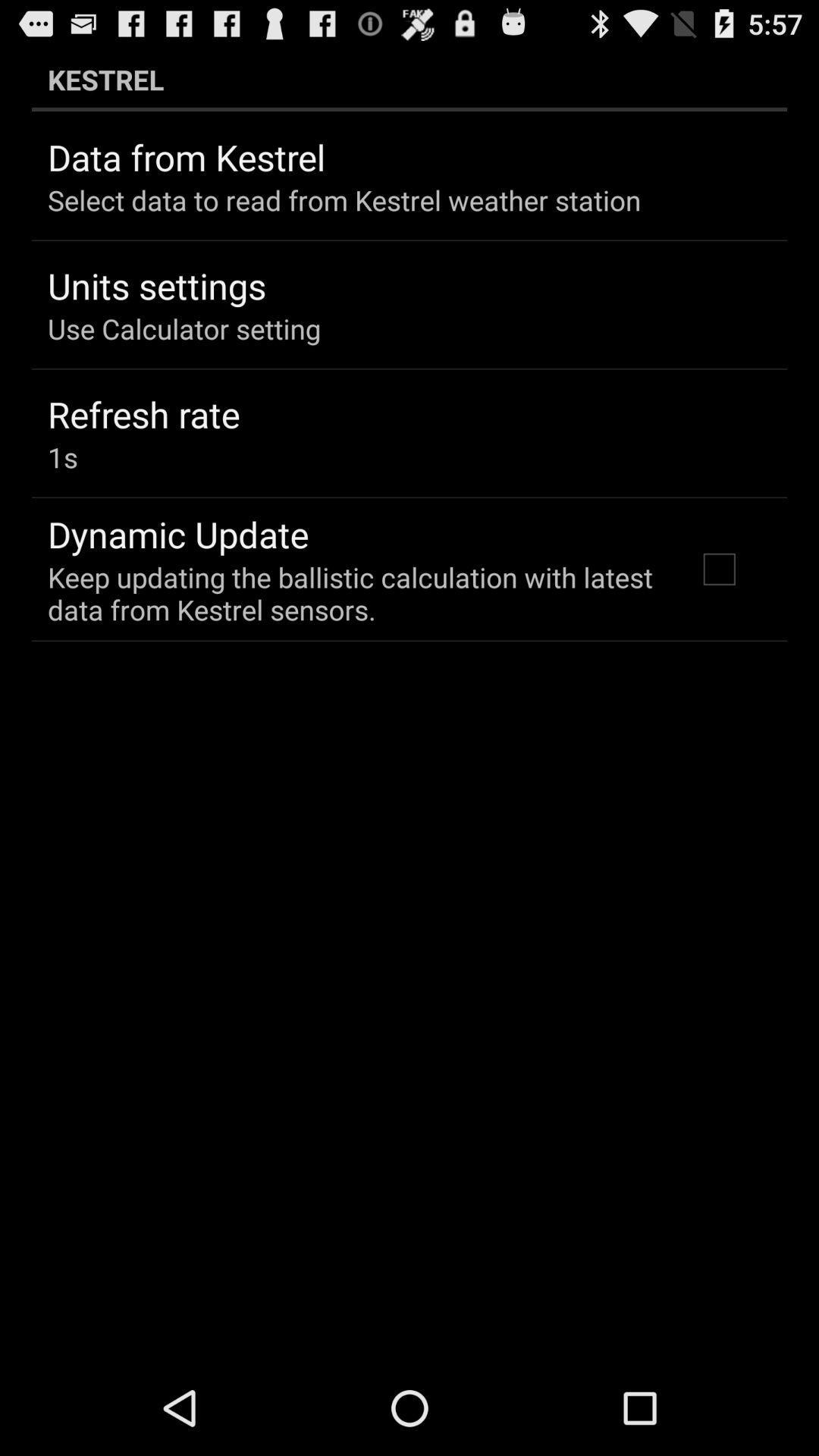  I want to click on dynamic update icon, so click(177, 534).